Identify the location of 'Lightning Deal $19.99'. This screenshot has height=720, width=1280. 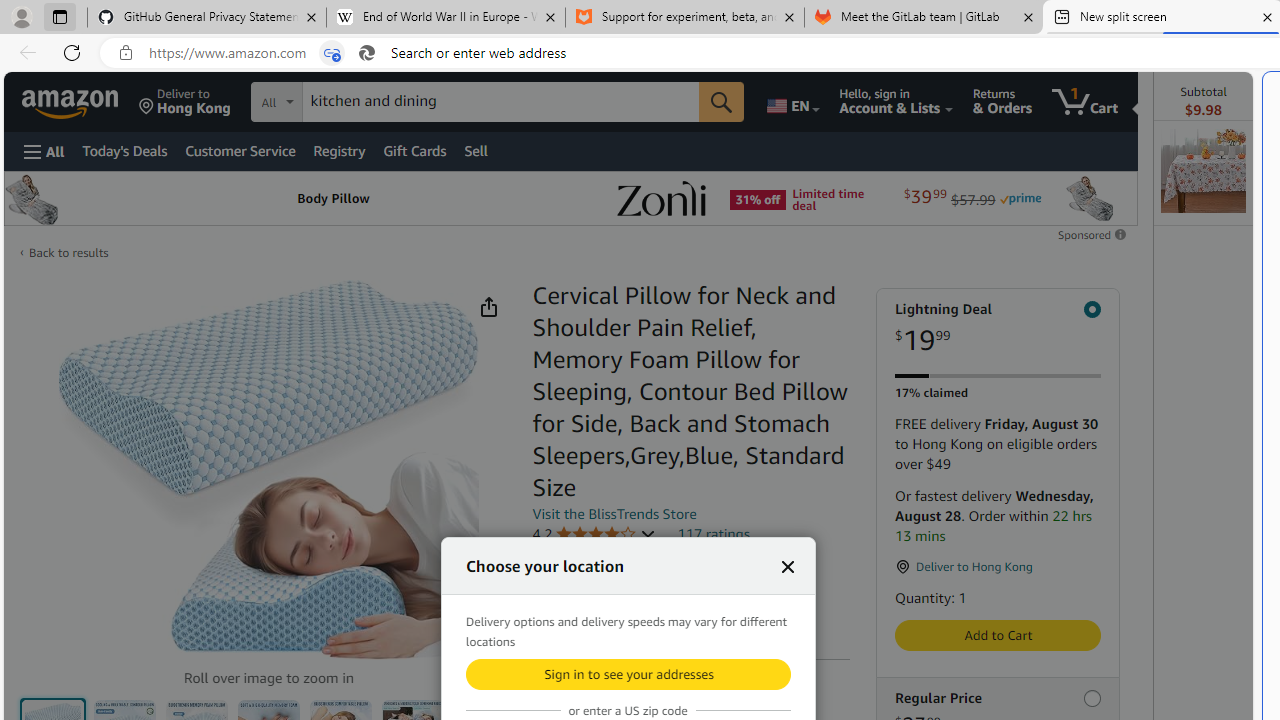
(997, 327).